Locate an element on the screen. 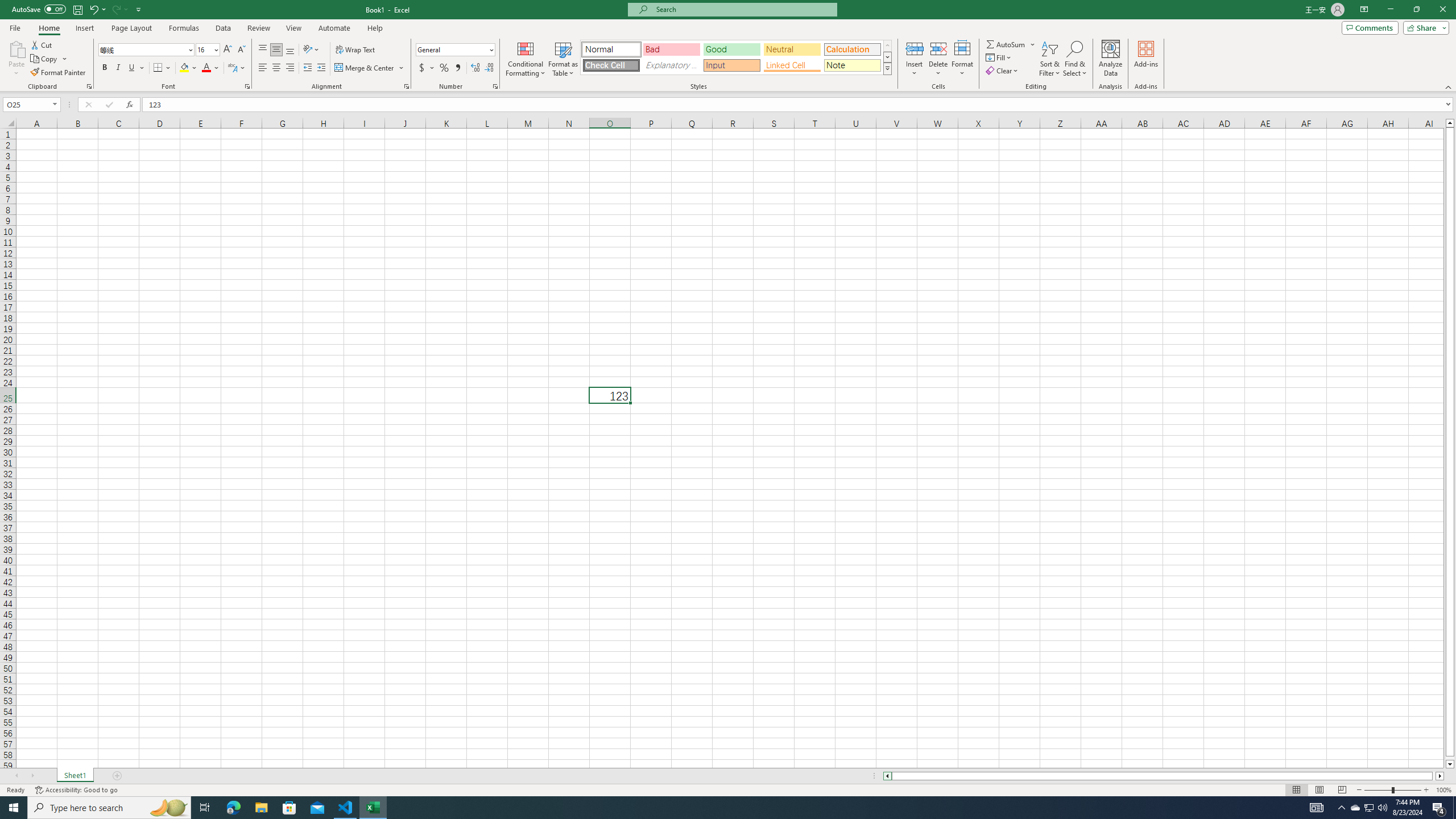  'Underline' is located at coordinates (131, 67).